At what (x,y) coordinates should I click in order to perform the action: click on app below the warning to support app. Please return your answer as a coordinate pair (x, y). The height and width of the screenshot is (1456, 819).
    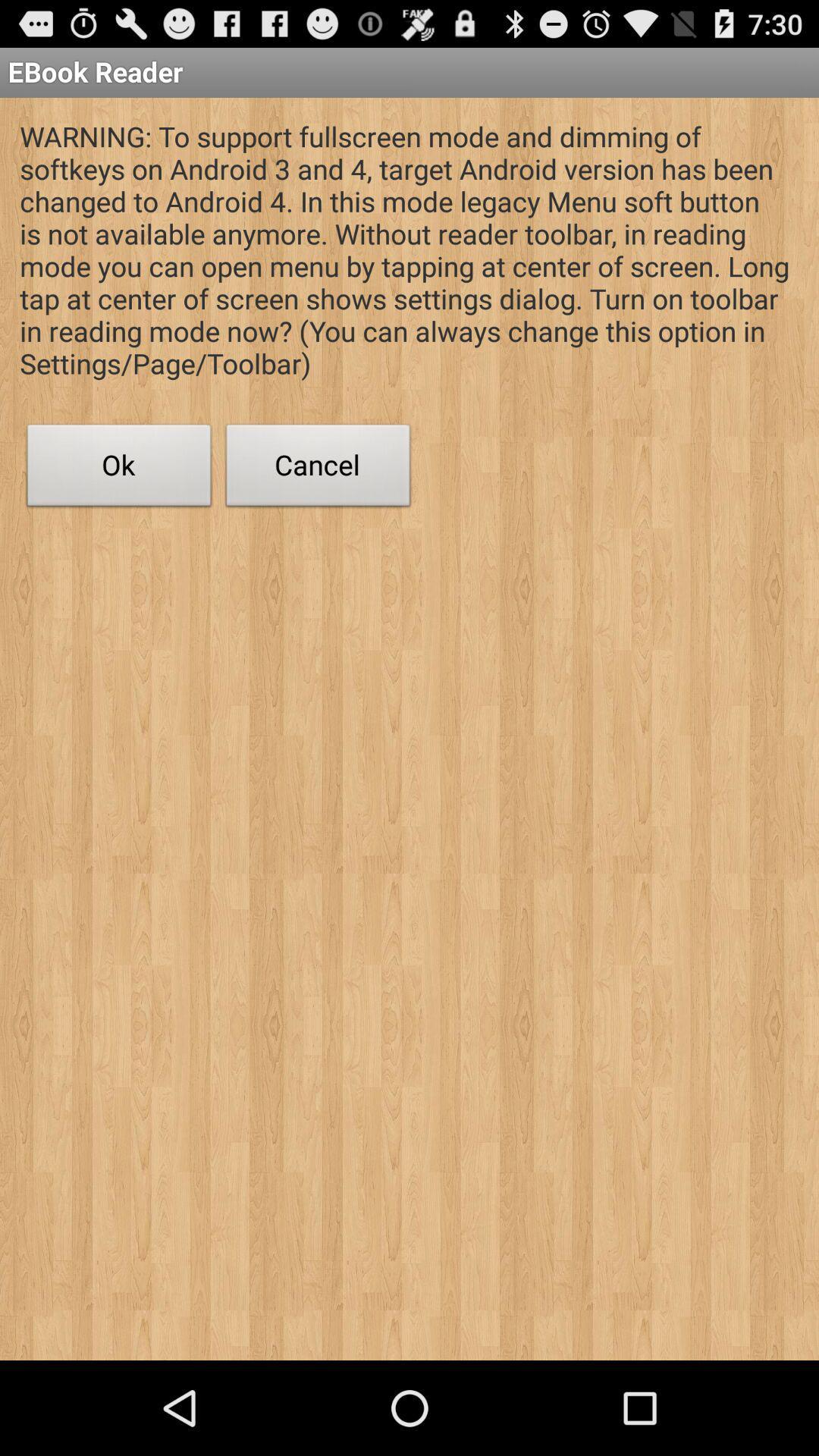
    Looking at the image, I should click on (118, 469).